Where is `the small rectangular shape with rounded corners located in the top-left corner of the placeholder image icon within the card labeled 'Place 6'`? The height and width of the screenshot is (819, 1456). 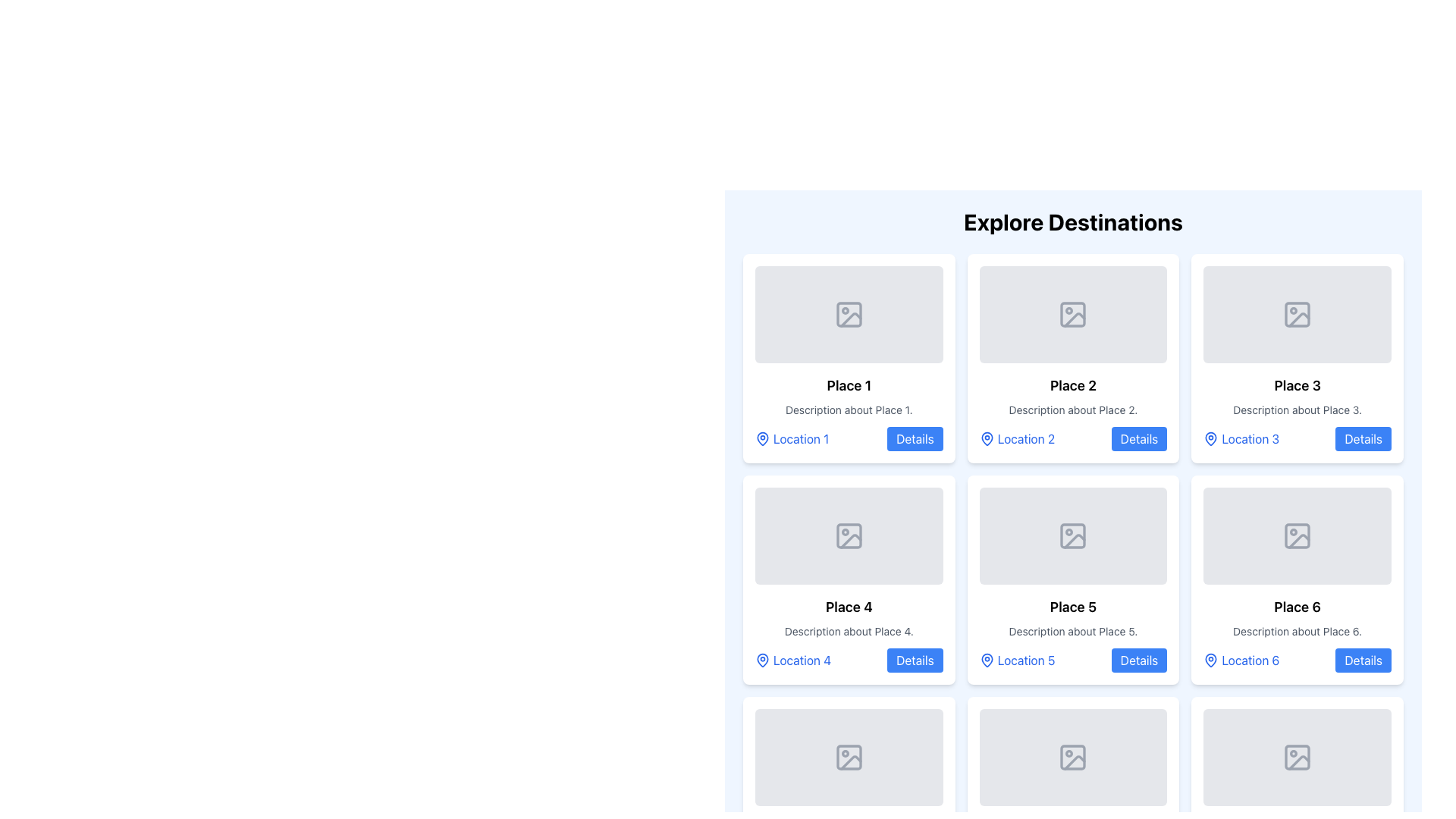
the small rectangular shape with rounded corners located in the top-left corner of the placeholder image icon within the card labeled 'Place 6' is located at coordinates (1297, 535).